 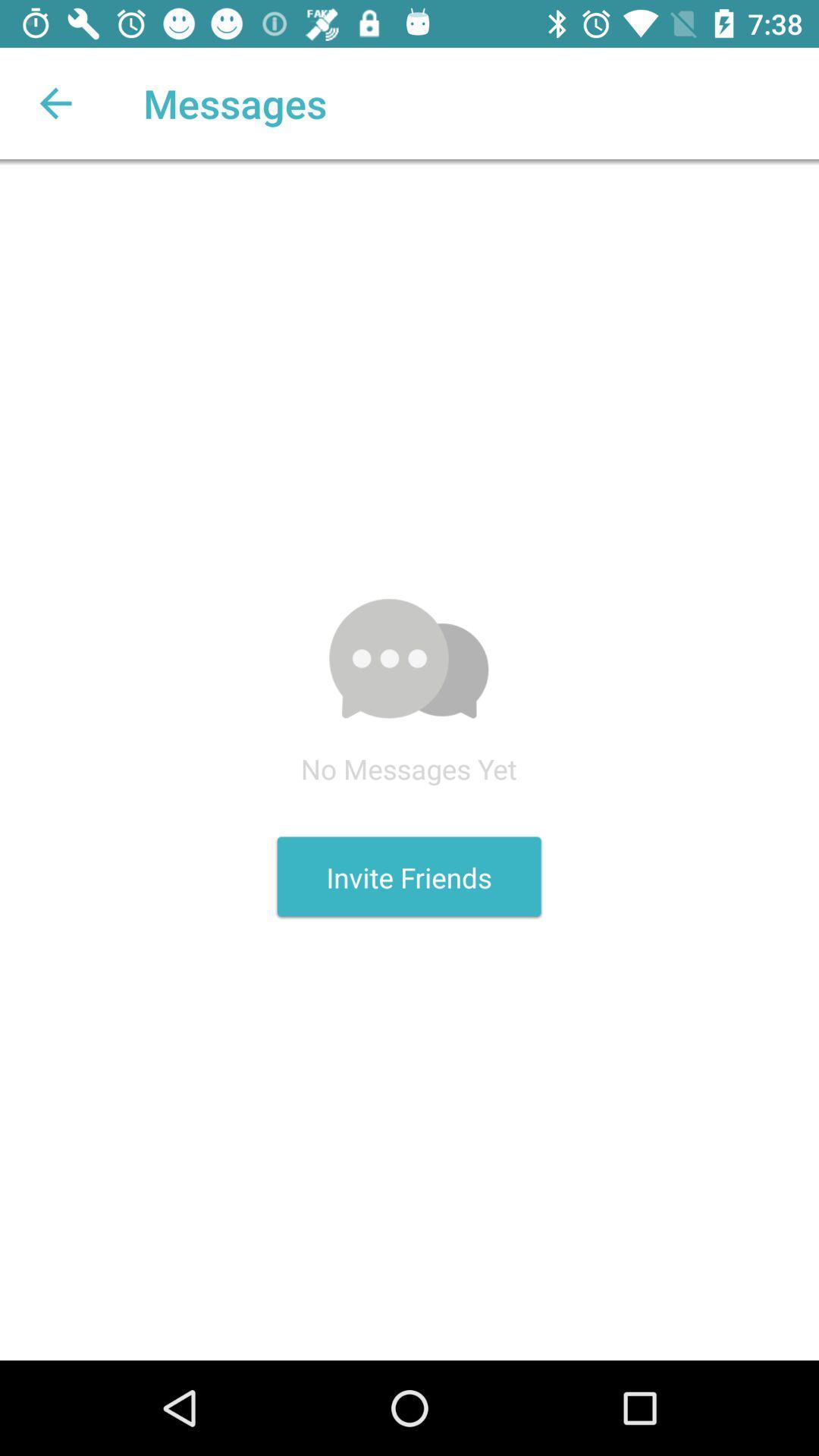 What do you see at coordinates (408, 877) in the screenshot?
I see `the invite friends icon` at bounding box center [408, 877].